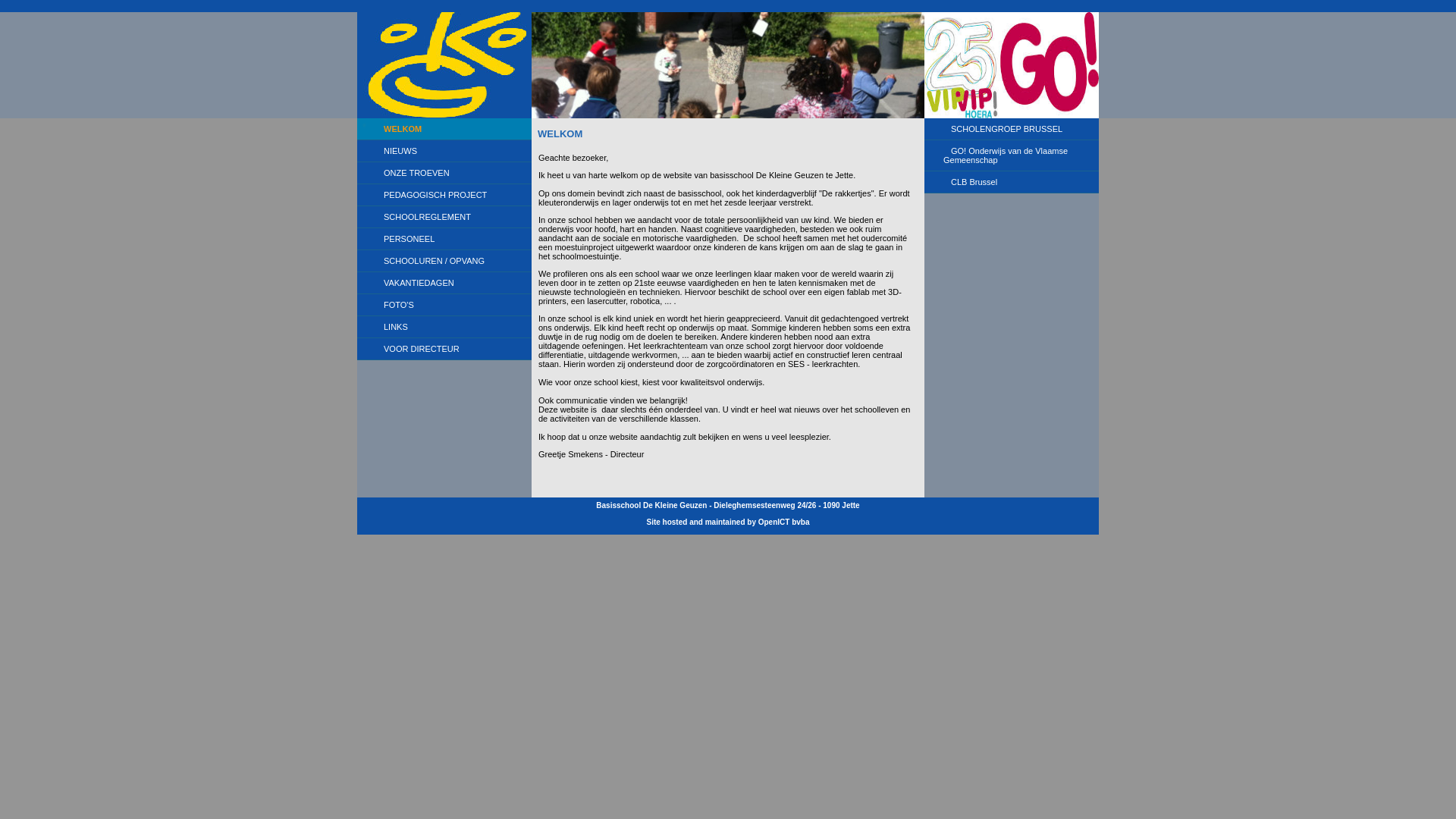  I want to click on 'OpenICT bvba', so click(758, 521).